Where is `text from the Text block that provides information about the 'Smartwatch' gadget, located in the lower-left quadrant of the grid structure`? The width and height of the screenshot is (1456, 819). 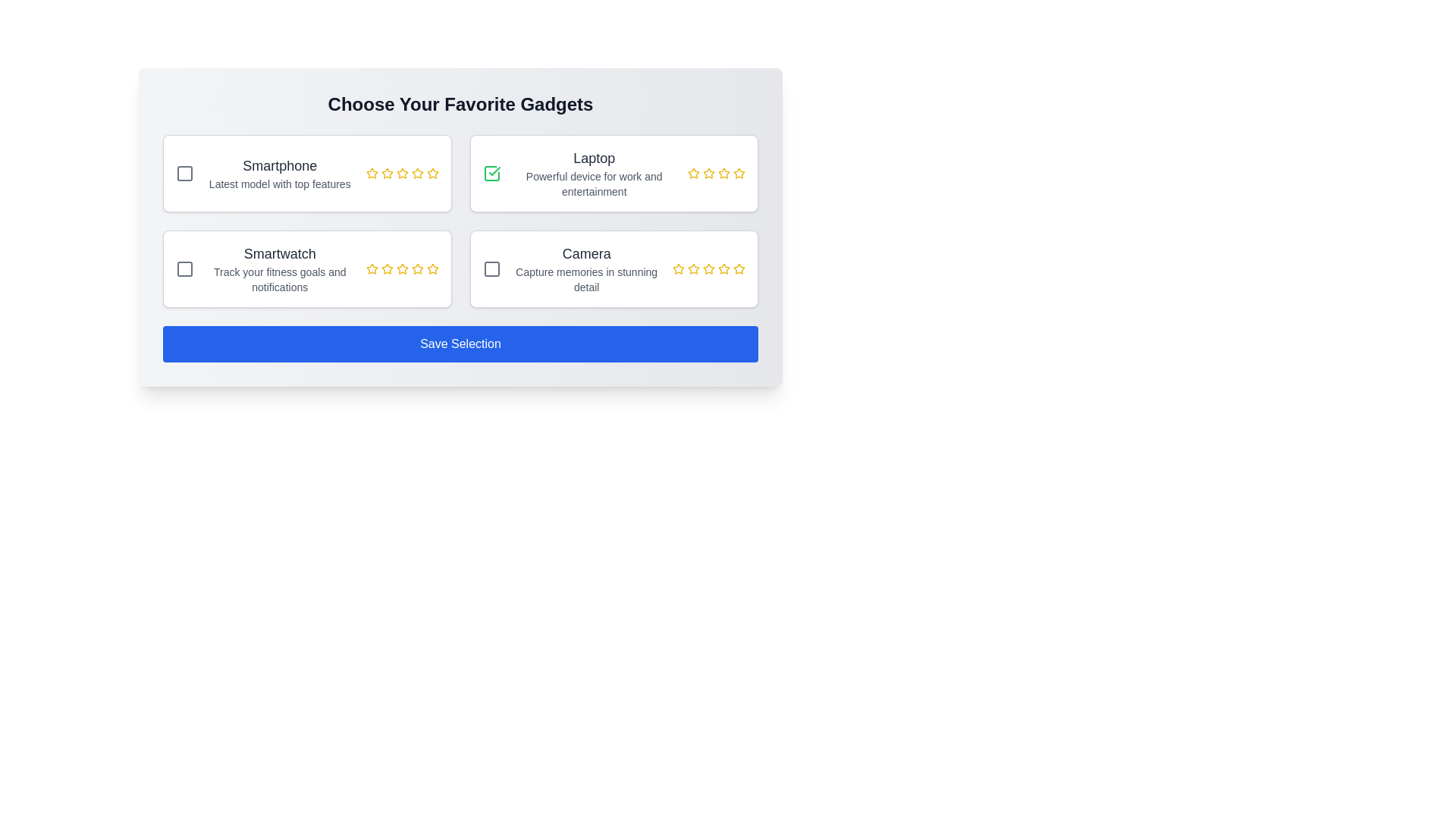
text from the Text block that provides information about the 'Smartwatch' gadget, located in the lower-left quadrant of the grid structure is located at coordinates (280, 268).